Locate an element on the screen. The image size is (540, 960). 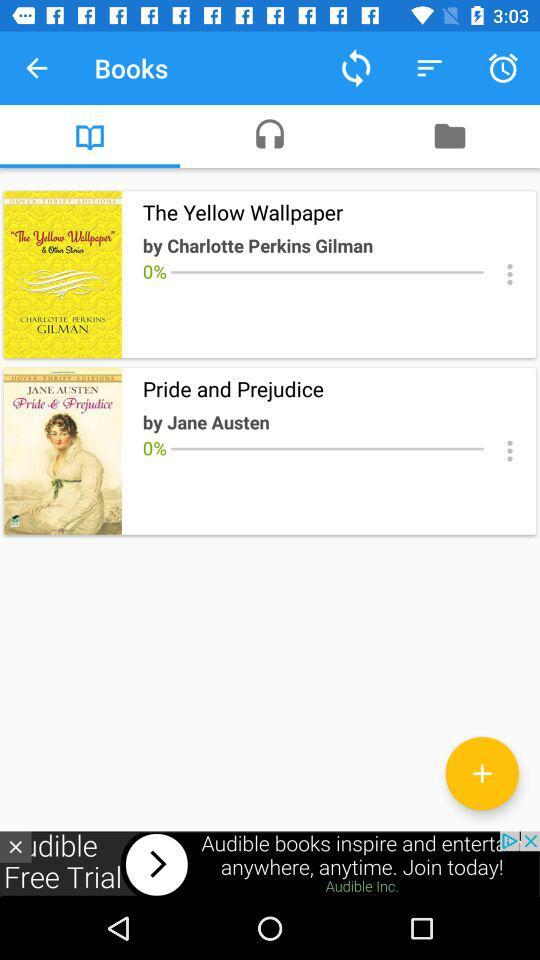
a book is located at coordinates (481, 772).